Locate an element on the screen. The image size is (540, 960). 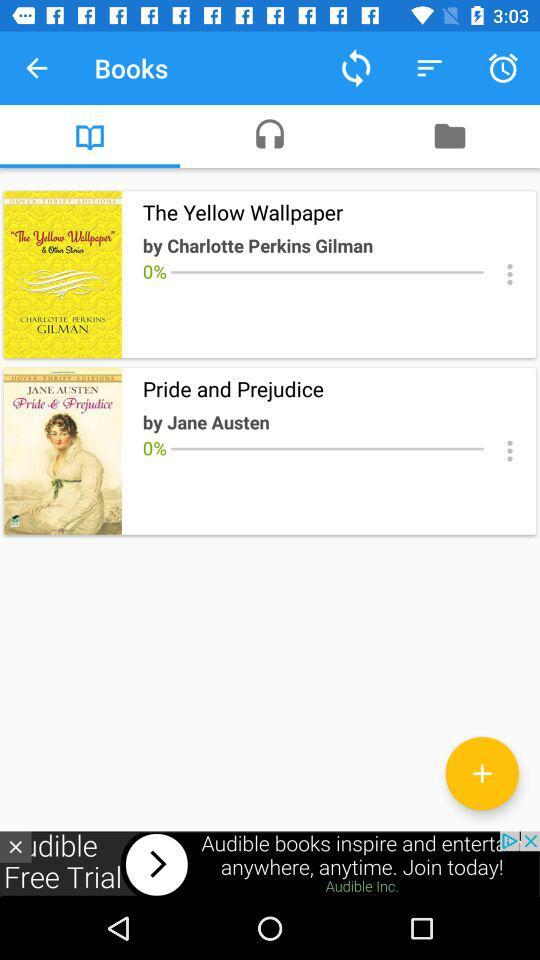
a book is located at coordinates (481, 772).